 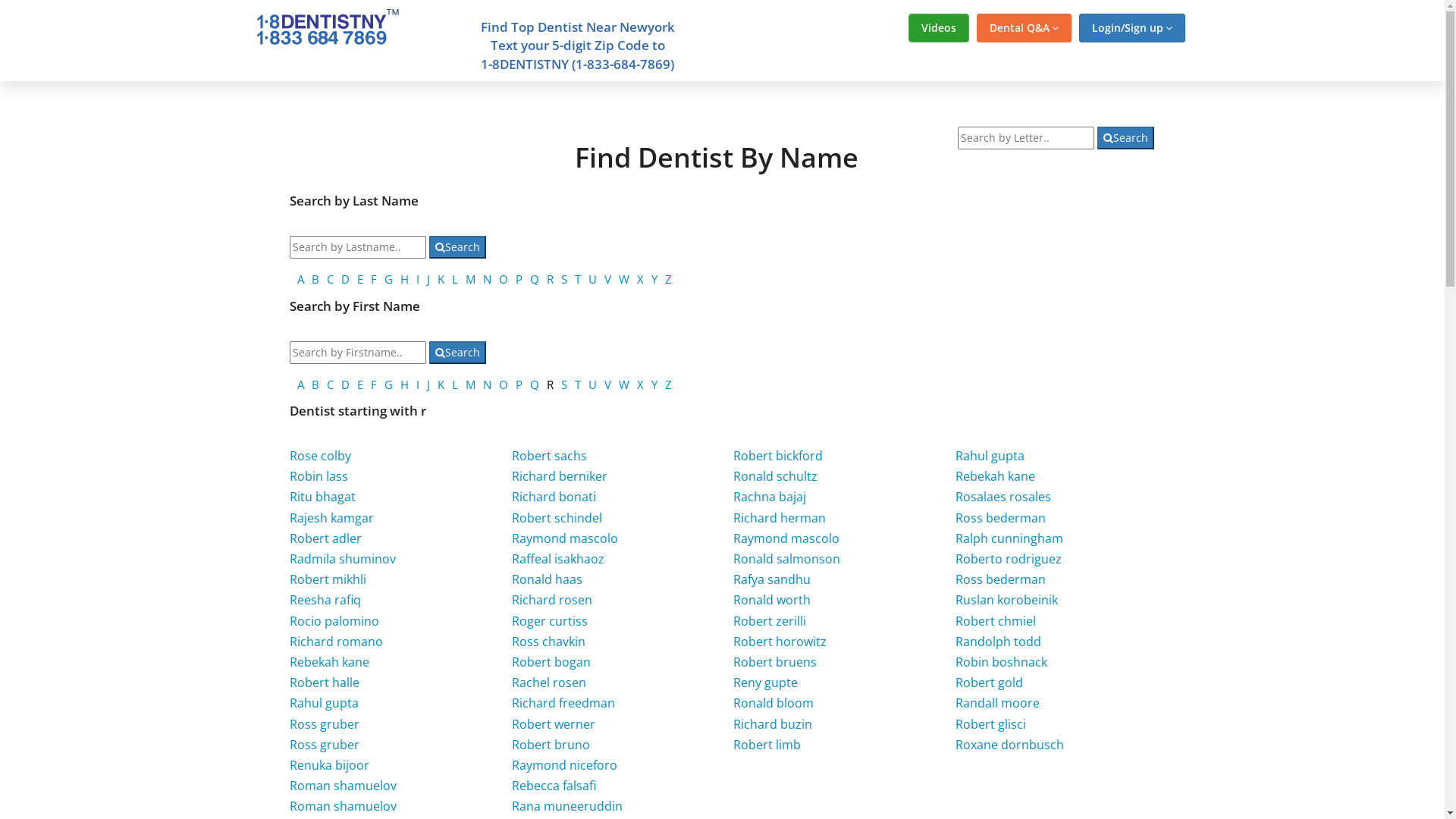 What do you see at coordinates (1000, 579) in the screenshot?
I see `'Ross bederman'` at bounding box center [1000, 579].